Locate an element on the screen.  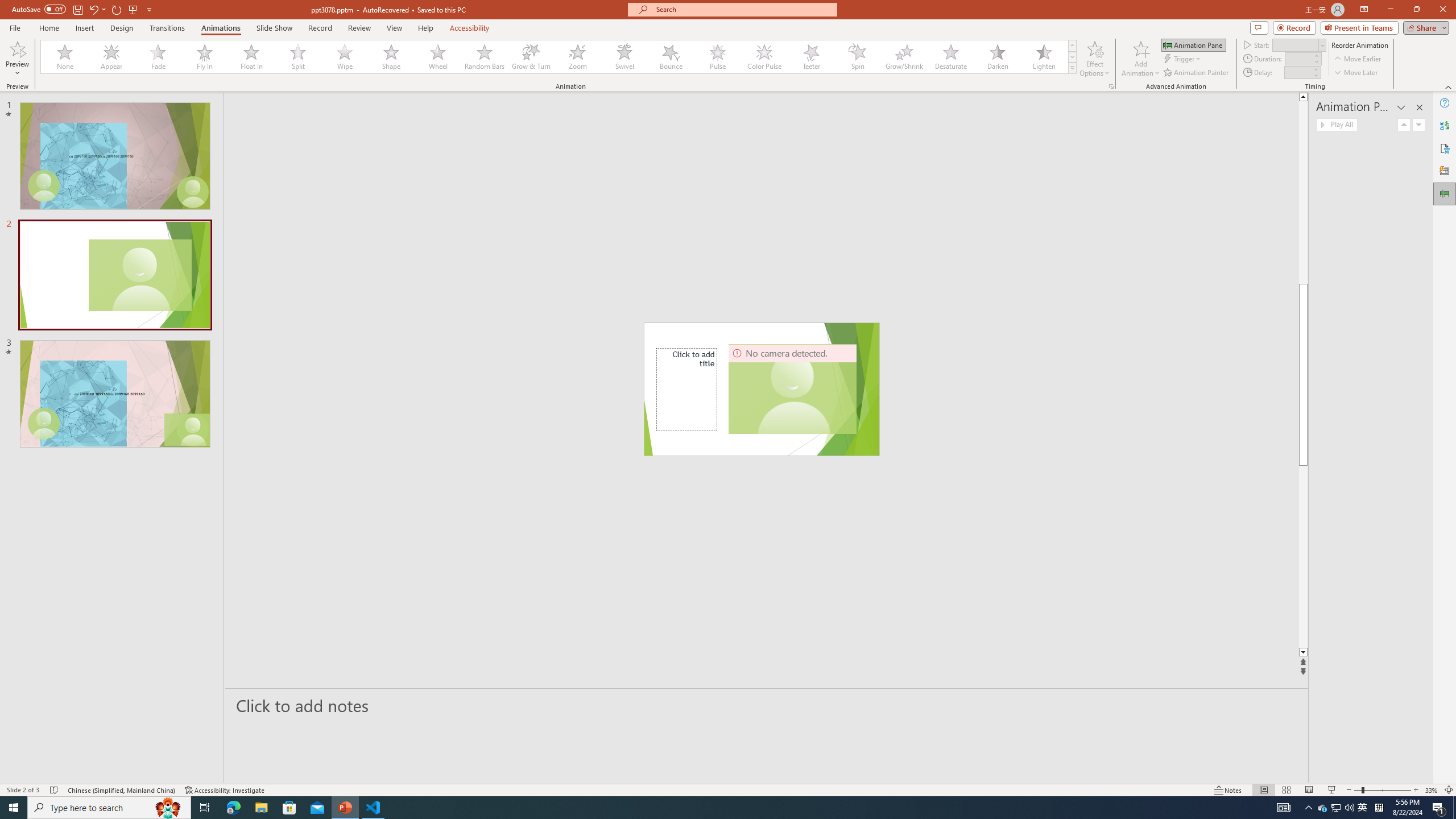
'AutomationID: AnimationGallery' is located at coordinates (559, 56).